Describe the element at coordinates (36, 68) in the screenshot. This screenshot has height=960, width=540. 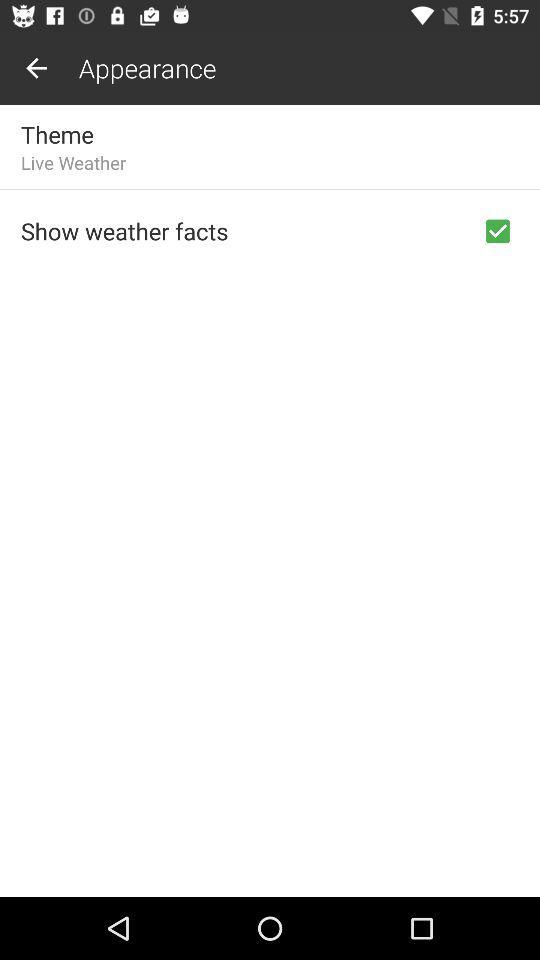
I see `icon to the left of appearance app` at that location.